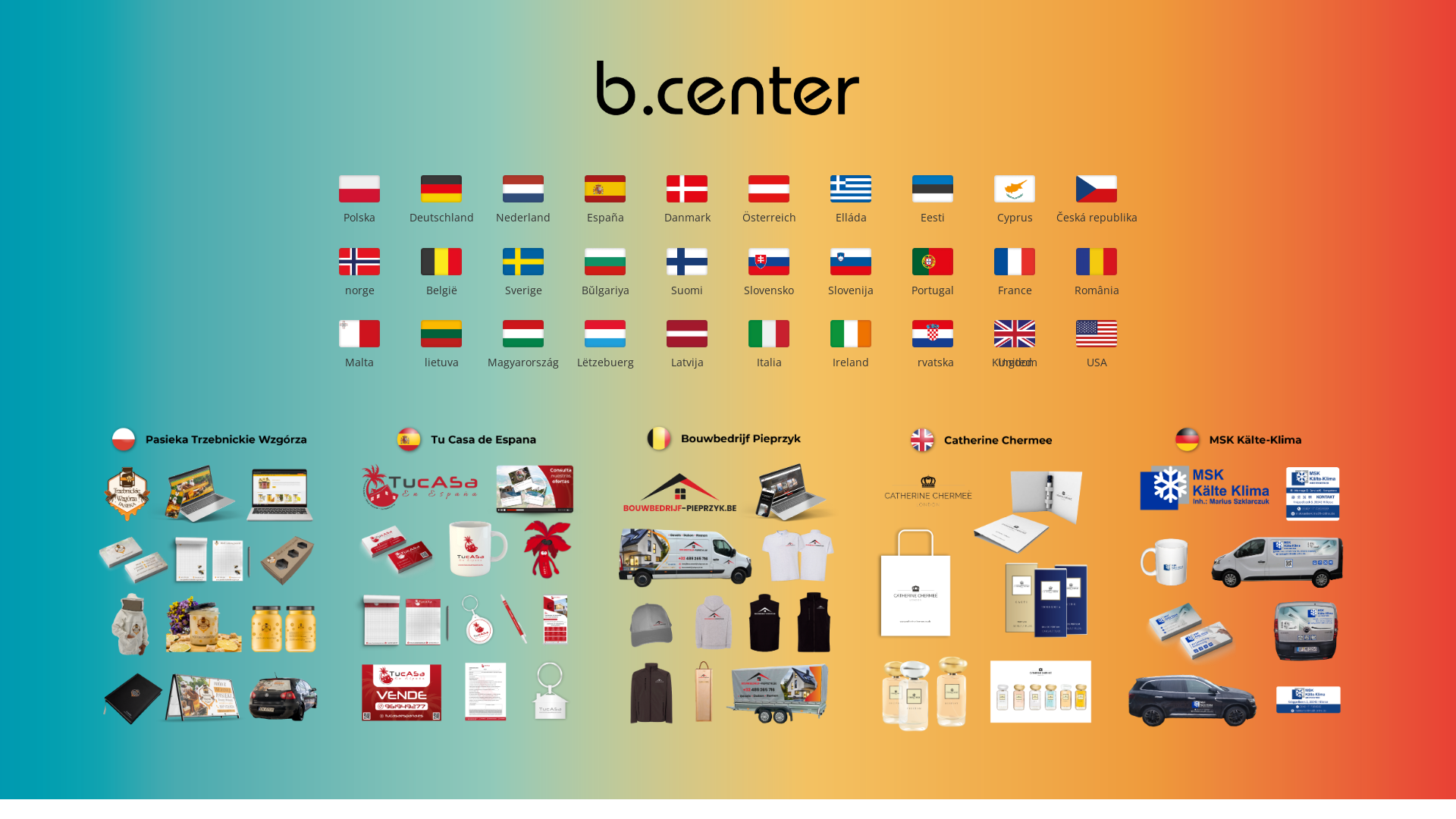 The height and width of the screenshot is (819, 1456). What do you see at coordinates (344, 290) in the screenshot?
I see `'norge'` at bounding box center [344, 290].